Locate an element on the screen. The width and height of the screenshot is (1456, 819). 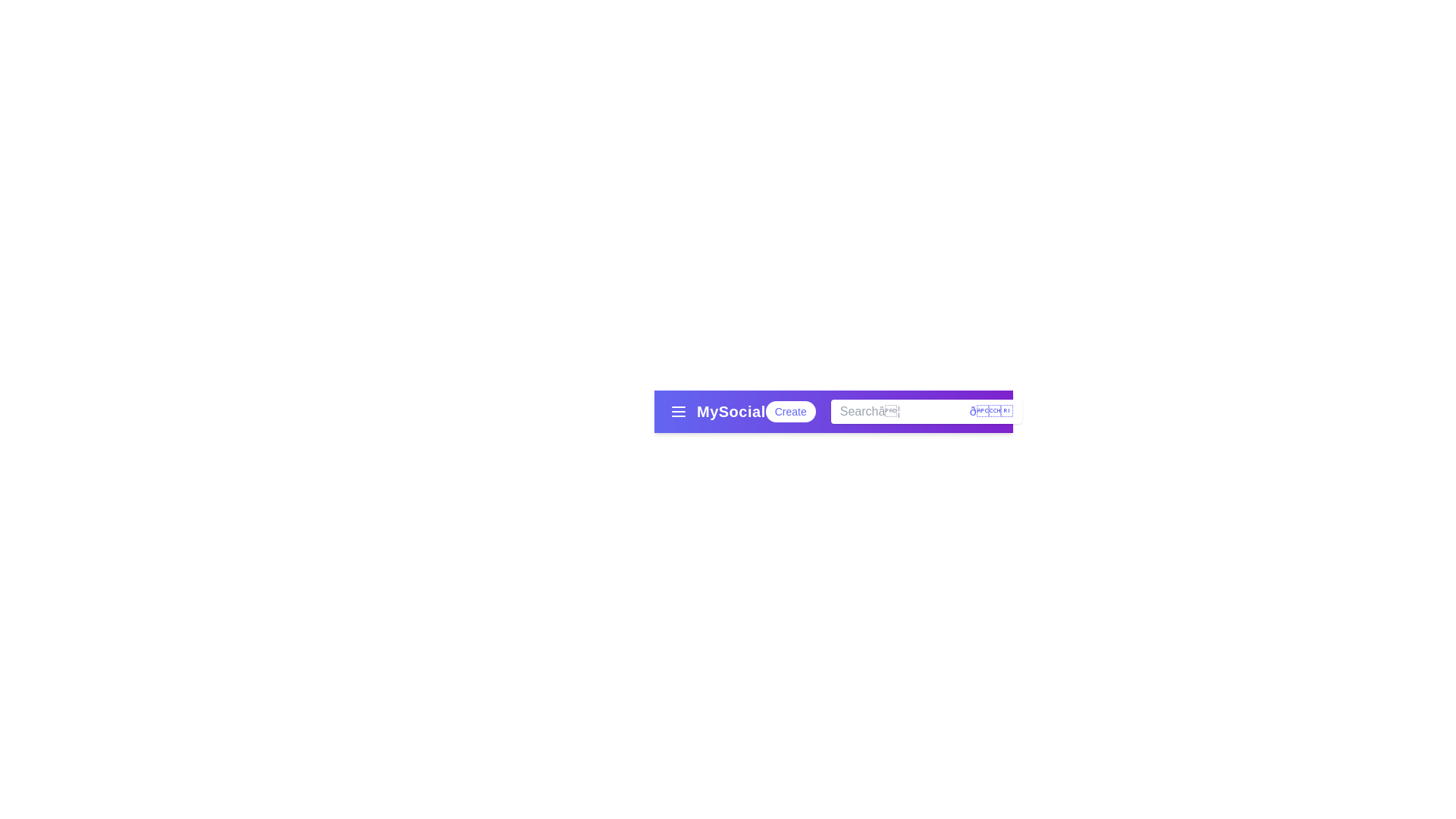
the menu icon to toggle the menu is located at coordinates (677, 412).